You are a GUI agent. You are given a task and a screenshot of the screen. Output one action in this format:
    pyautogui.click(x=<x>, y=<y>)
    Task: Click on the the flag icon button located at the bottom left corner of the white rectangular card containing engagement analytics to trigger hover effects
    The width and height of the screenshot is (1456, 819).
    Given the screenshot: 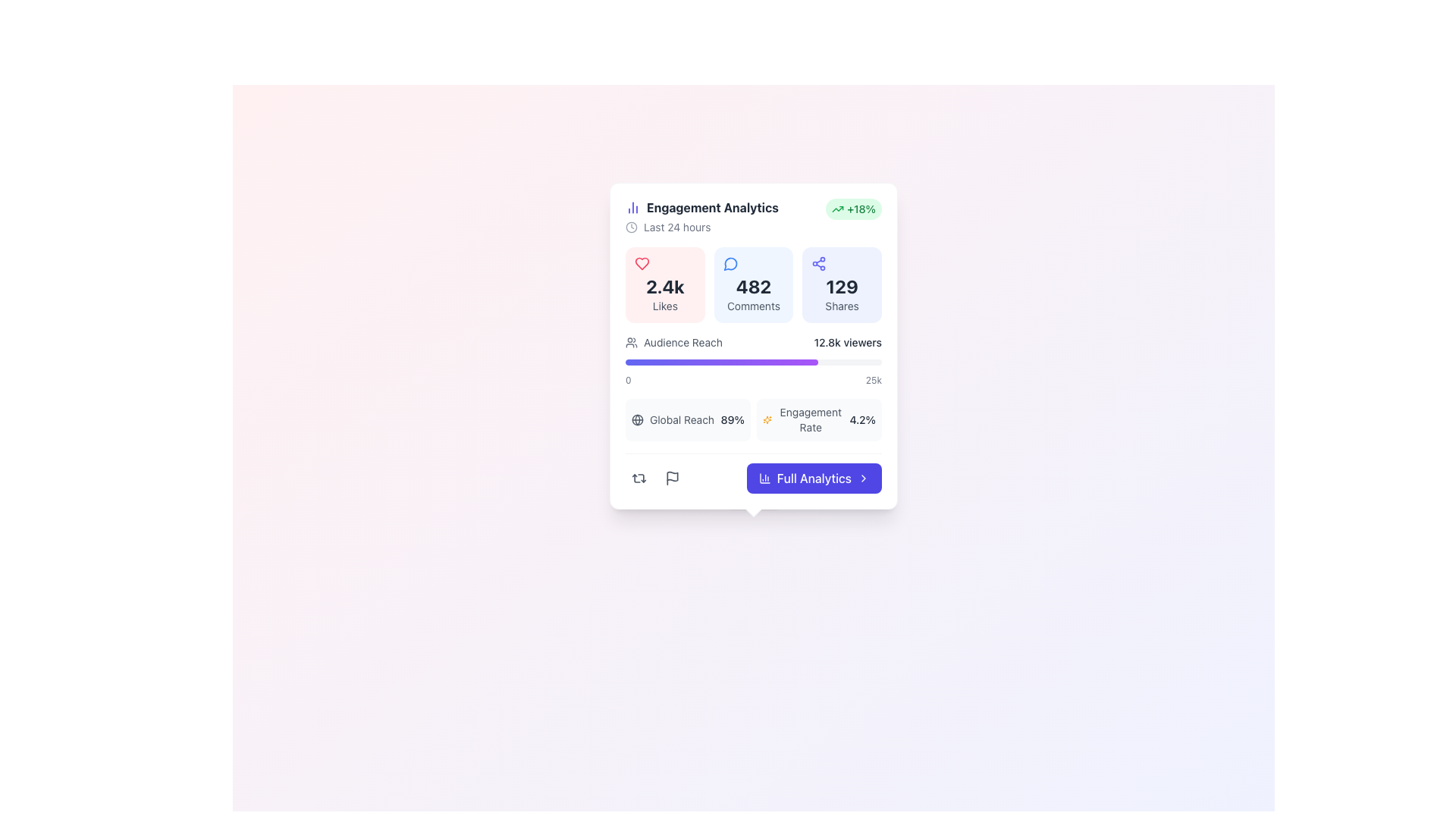 What is the action you would take?
    pyautogui.click(x=672, y=479)
    